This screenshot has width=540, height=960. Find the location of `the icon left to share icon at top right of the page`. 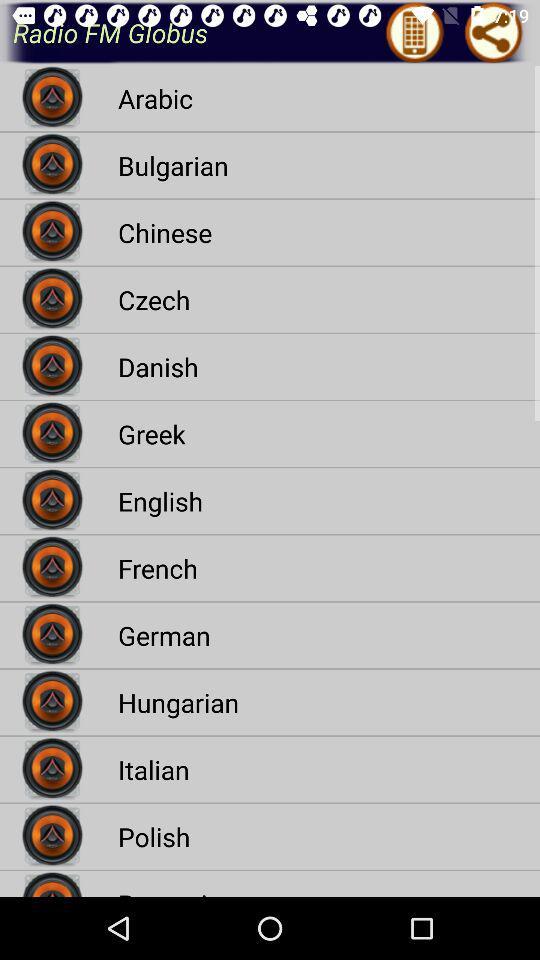

the icon left to share icon at top right of the page is located at coordinates (414, 64).